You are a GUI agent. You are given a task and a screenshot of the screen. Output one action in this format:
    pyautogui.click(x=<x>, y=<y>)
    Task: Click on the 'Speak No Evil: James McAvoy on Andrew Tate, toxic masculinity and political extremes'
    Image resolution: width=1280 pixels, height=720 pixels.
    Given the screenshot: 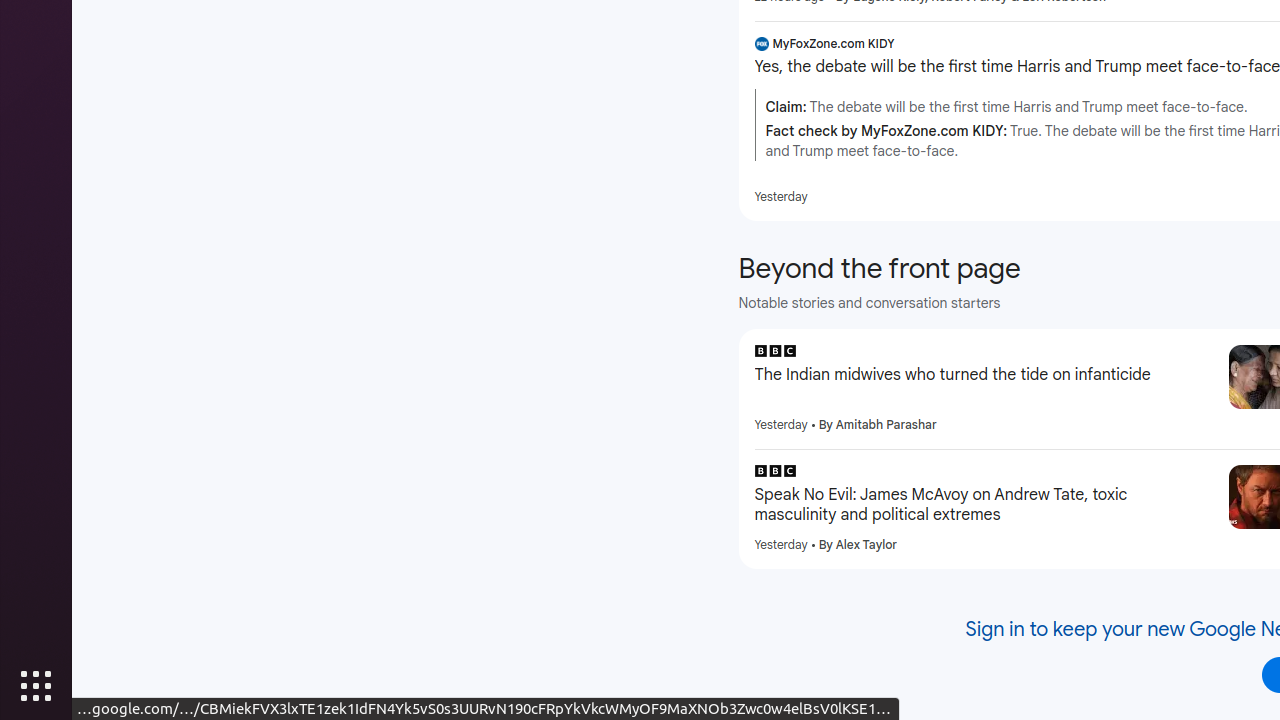 What is the action you would take?
    pyautogui.click(x=983, y=504)
    